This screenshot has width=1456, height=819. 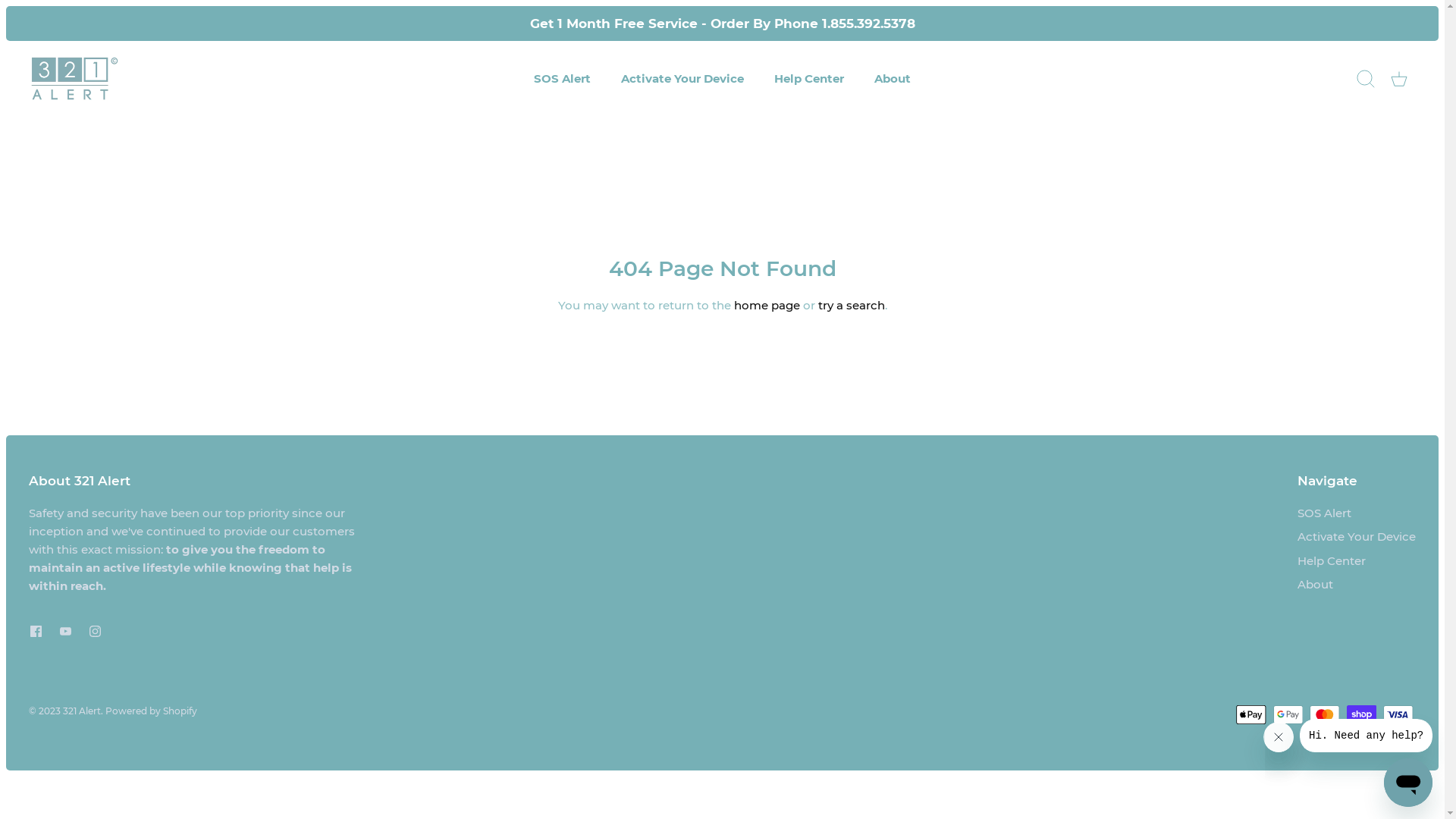 What do you see at coordinates (1323, 512) in the screenshot?
I see `'SOS Alert'` at bounding box center [1323, 512].